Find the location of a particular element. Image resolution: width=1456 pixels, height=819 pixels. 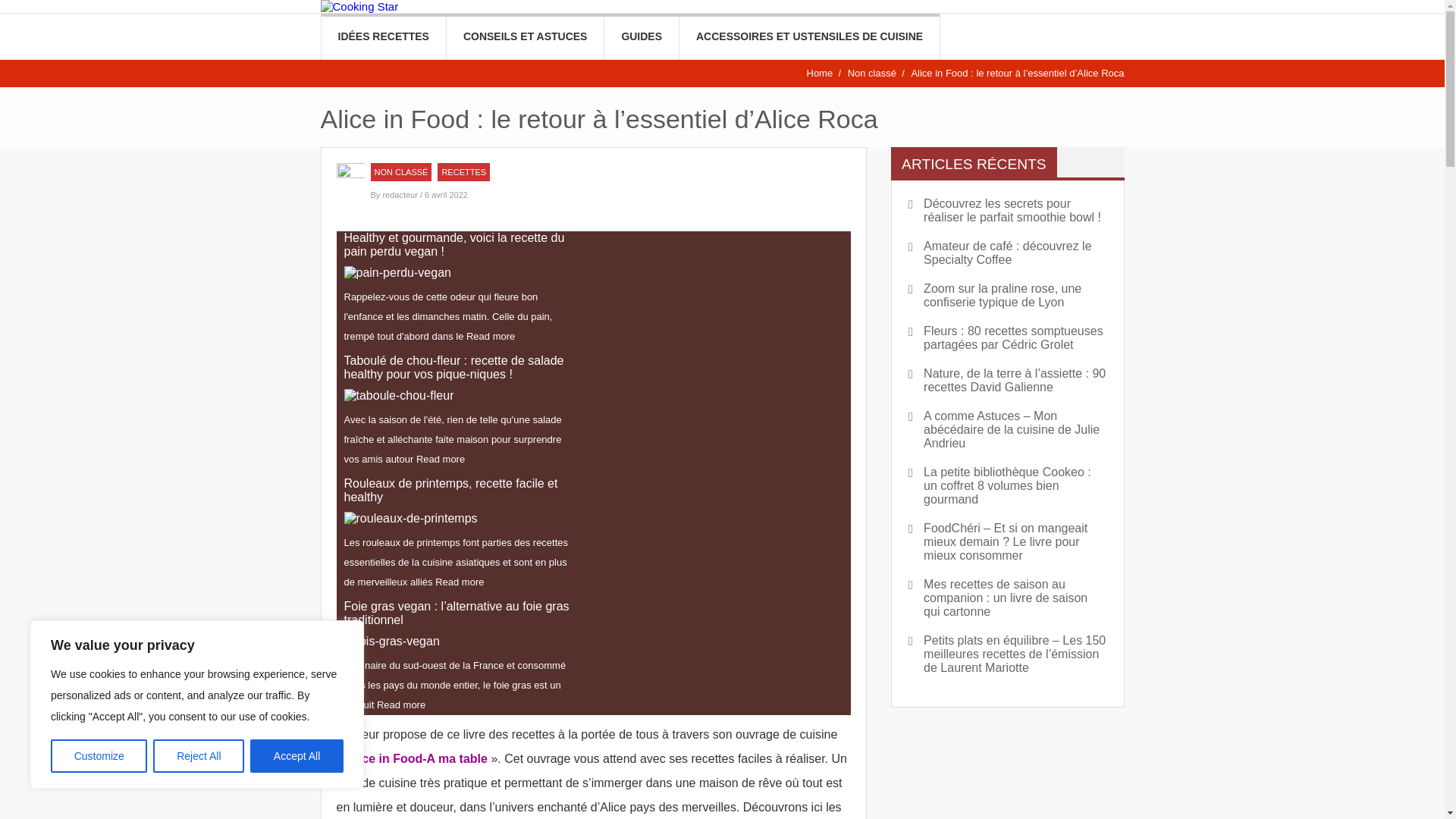

'CONSEILS ET ASTUCES' is located at coordinates (446, 35).